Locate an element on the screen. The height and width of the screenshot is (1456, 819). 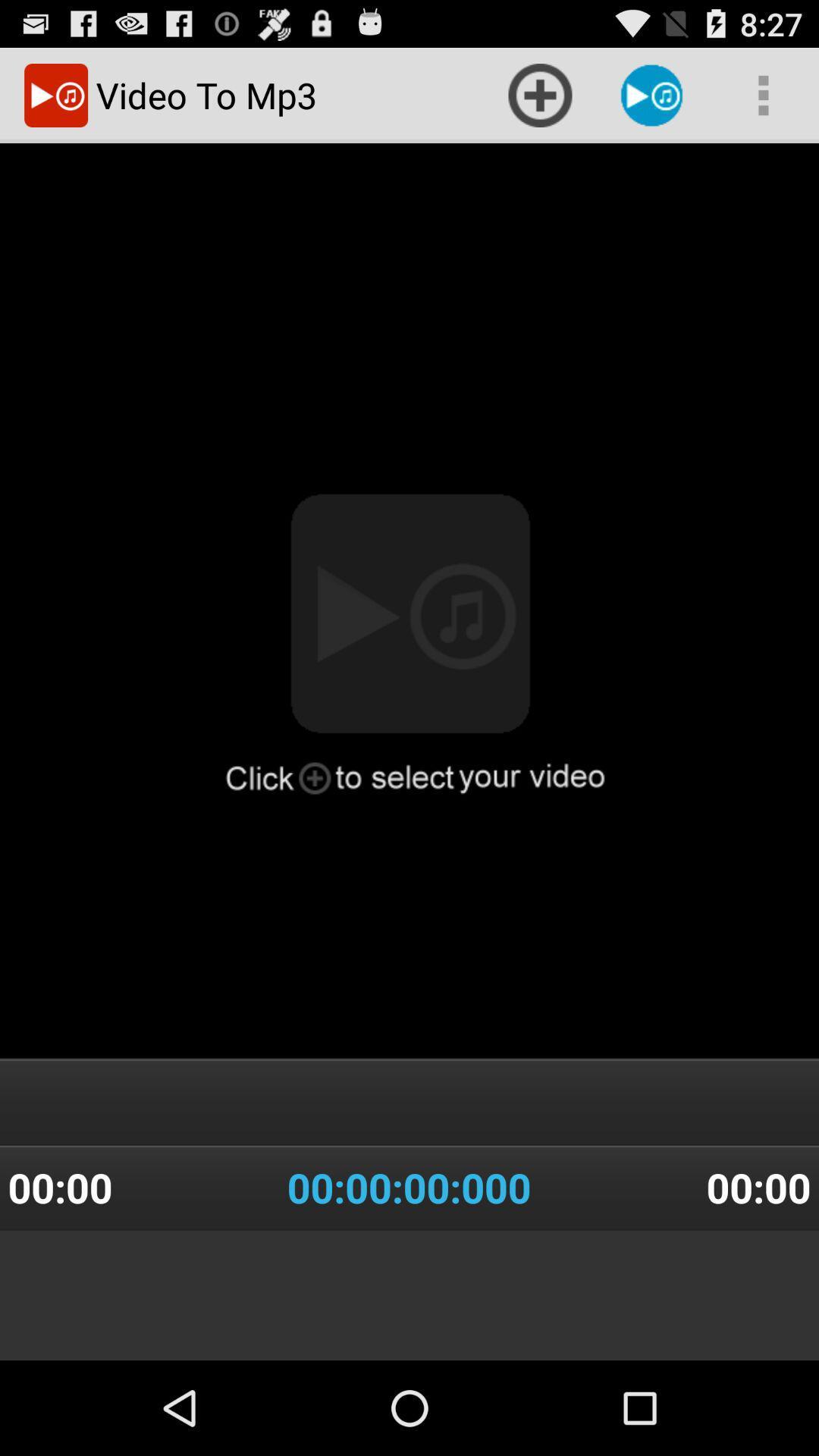
the item at the top is located at coordinates (539, 94).